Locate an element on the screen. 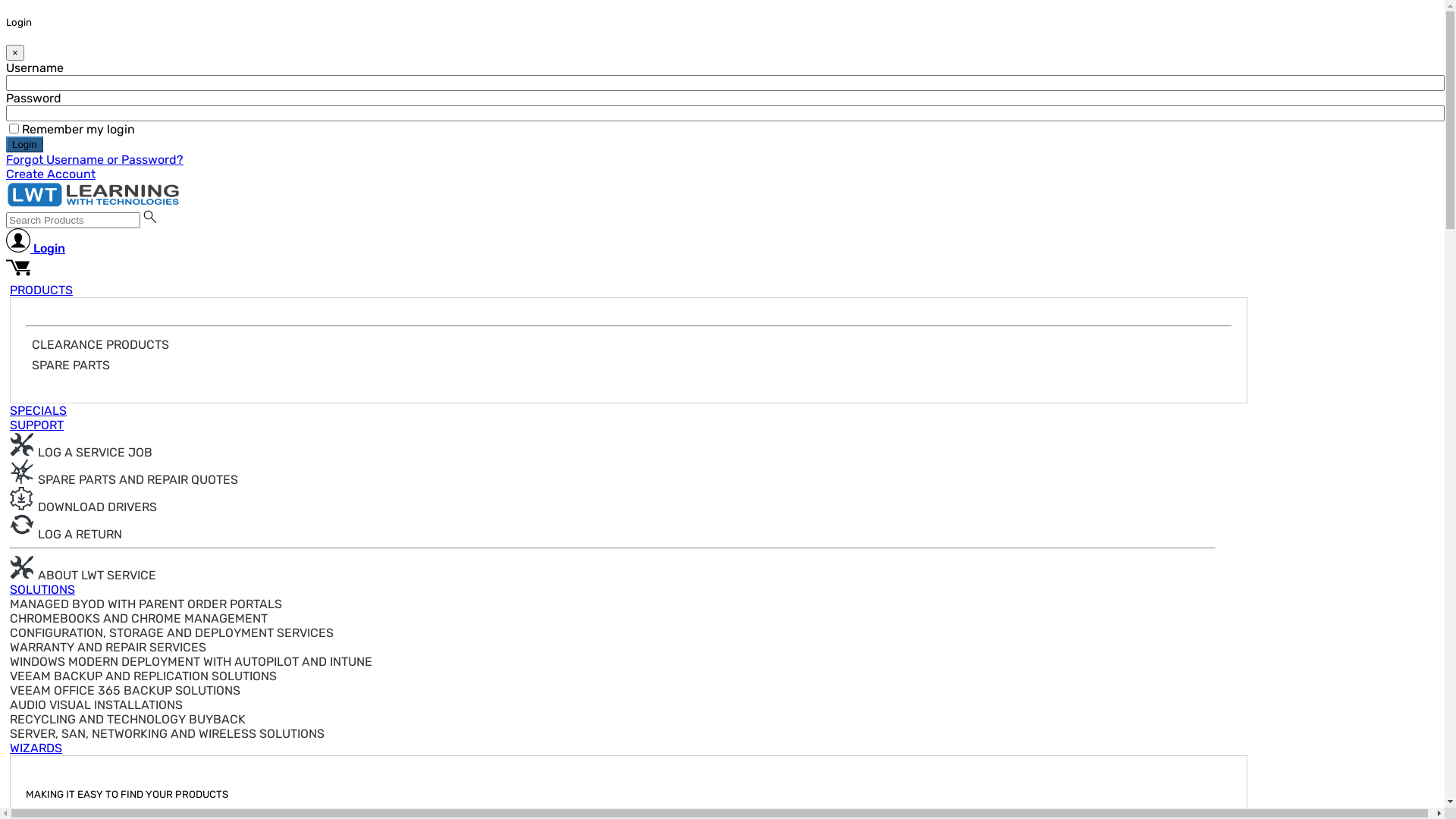 This screenshot has height=819, width=1456. 'WINDOWS MODERN DEPLOYMENT WITH AUTOPILOT AND INTUNE' is located at coordinates (190, 661).